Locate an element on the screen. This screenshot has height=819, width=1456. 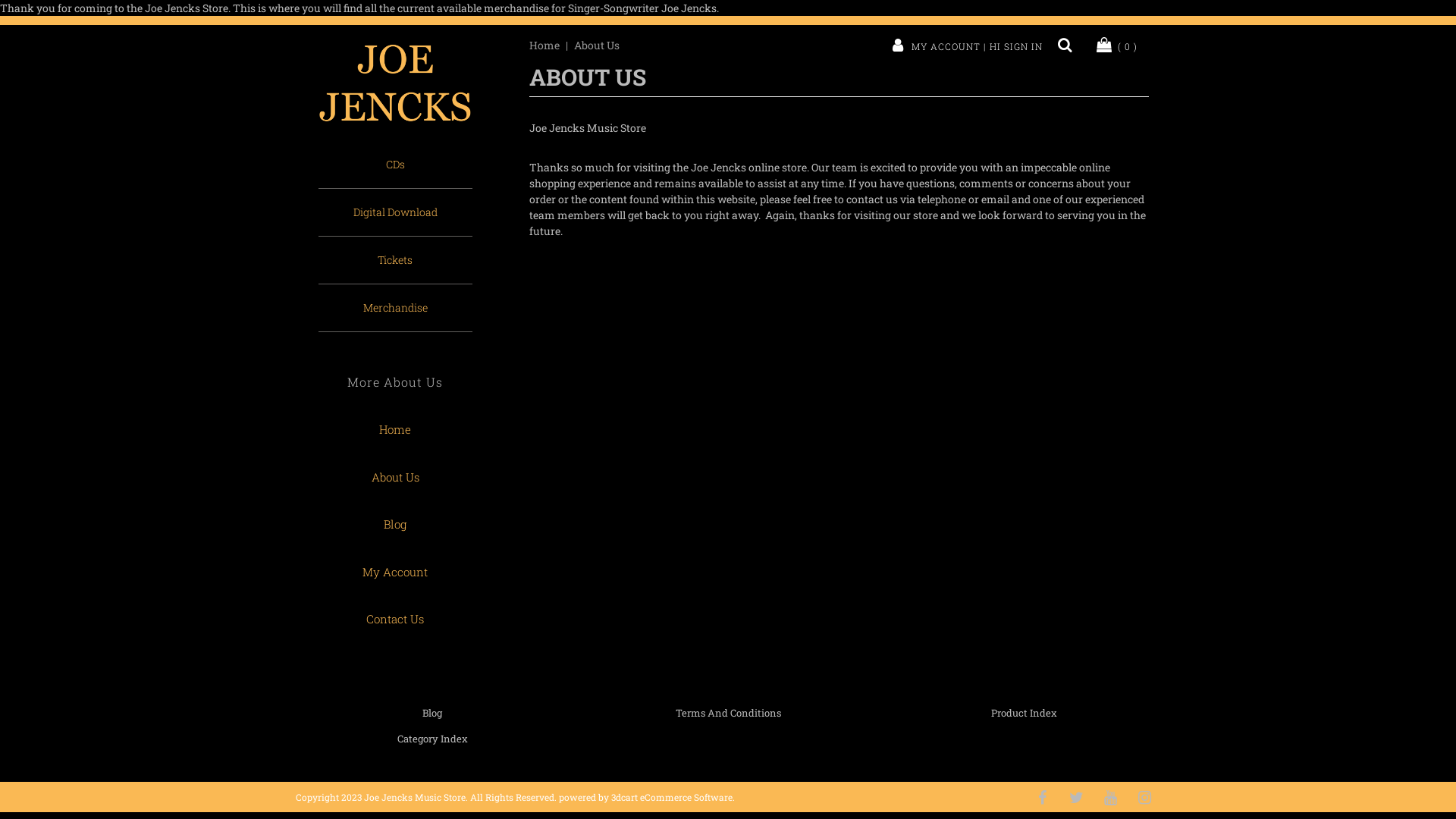
'MY ACCOUNT | HI SIGN IN' is located at coordinates (964, 45).